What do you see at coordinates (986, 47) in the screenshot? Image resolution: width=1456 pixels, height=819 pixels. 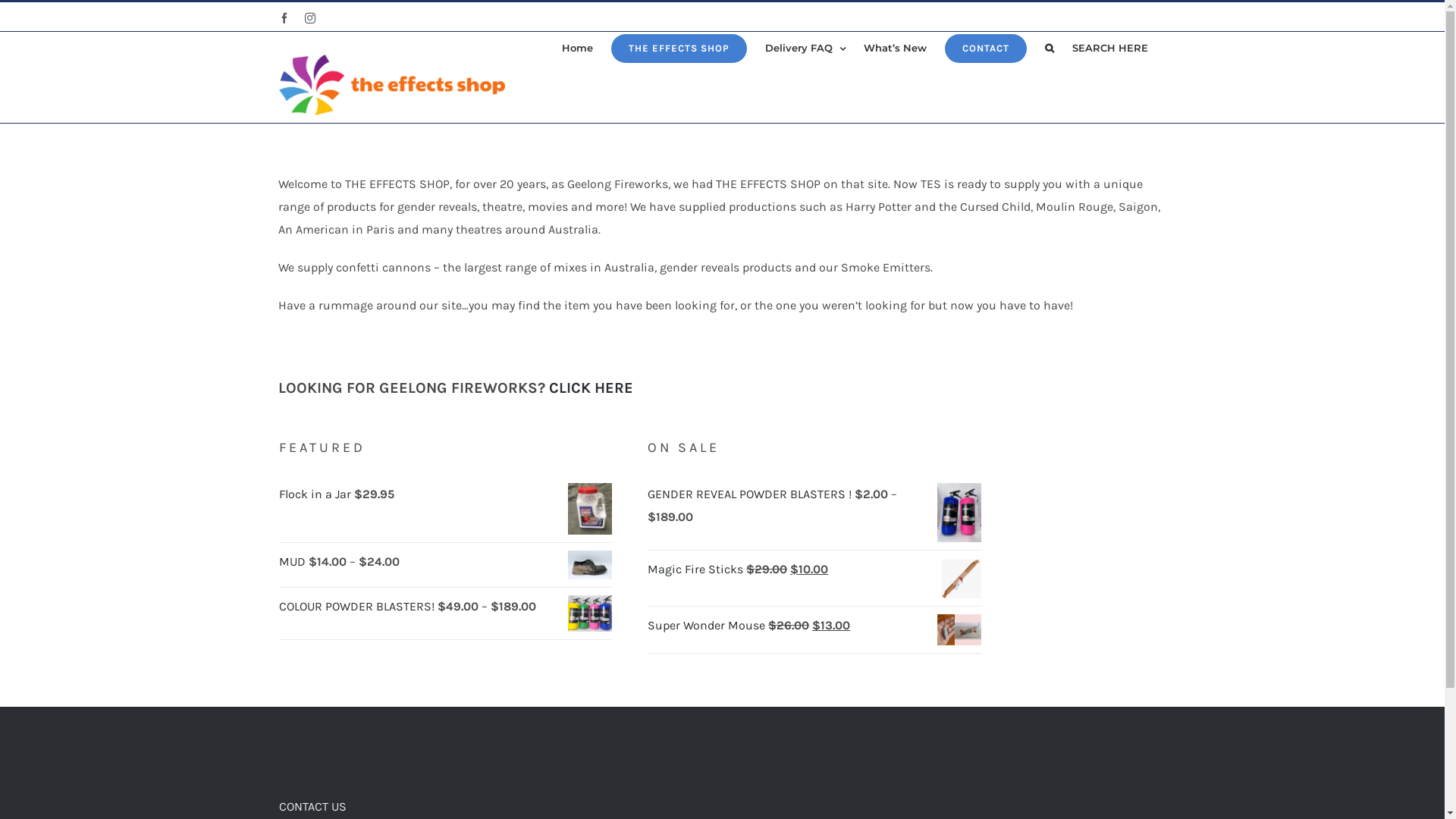 I see `'CONTACT'` at bounding box center [986, 47].